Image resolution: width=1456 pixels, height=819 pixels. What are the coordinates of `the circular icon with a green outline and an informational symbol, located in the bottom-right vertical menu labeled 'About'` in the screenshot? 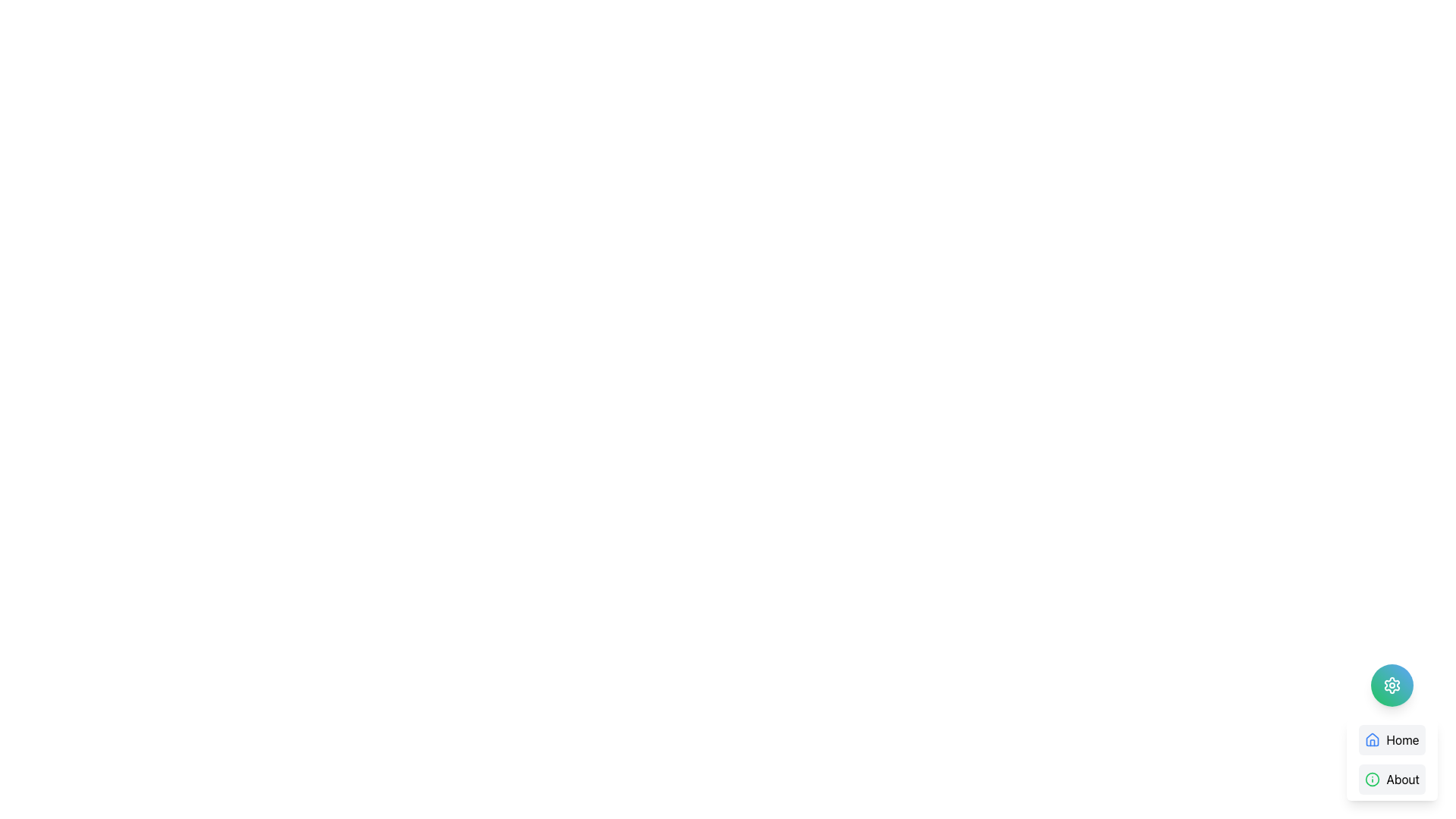 It's located at (1373, 780).